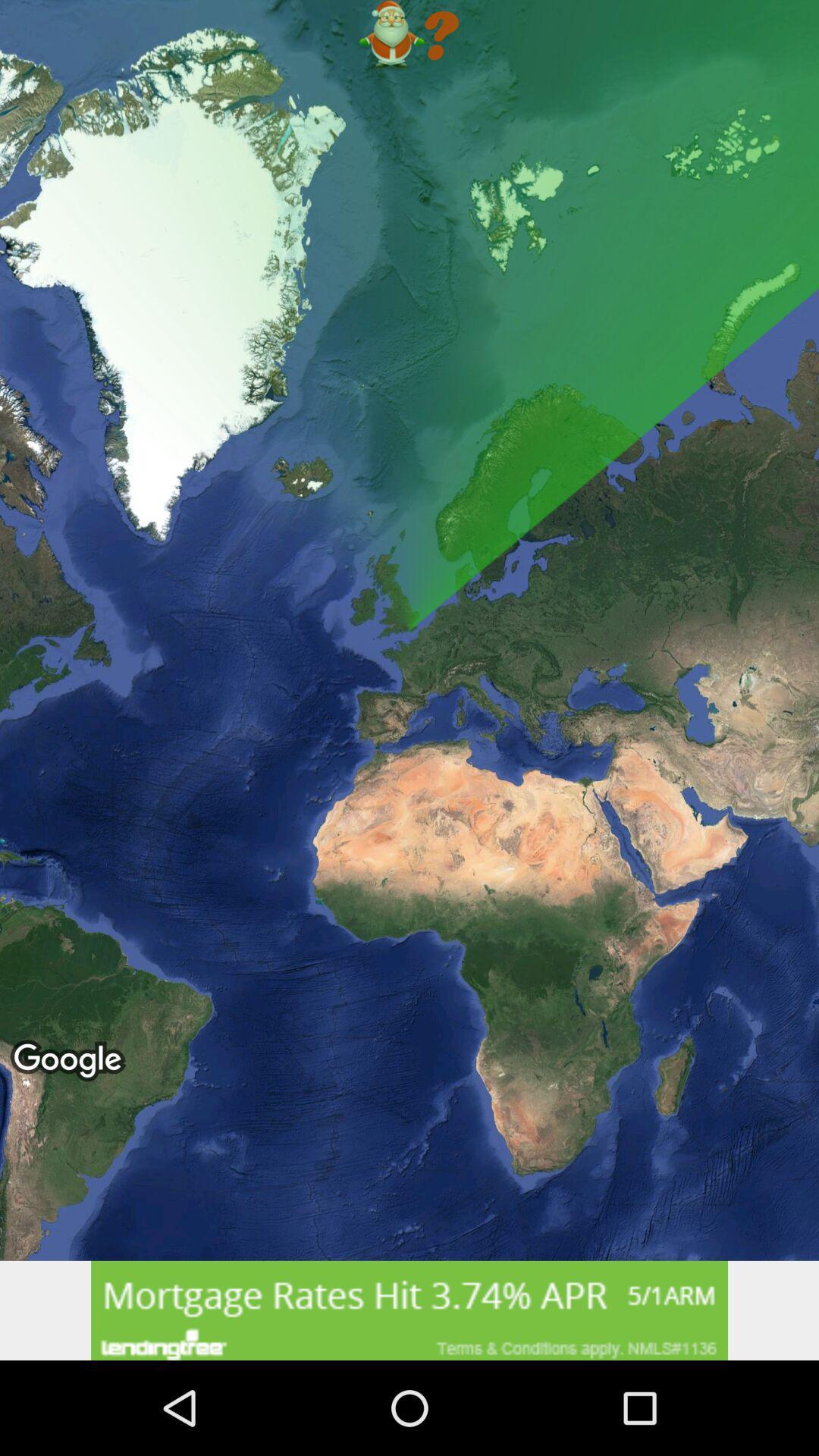 This screenshot has height=1456, width=819. Describe the element at coordinates (409, 1310) in the screenshot. I see `banner advertisement` at that location.